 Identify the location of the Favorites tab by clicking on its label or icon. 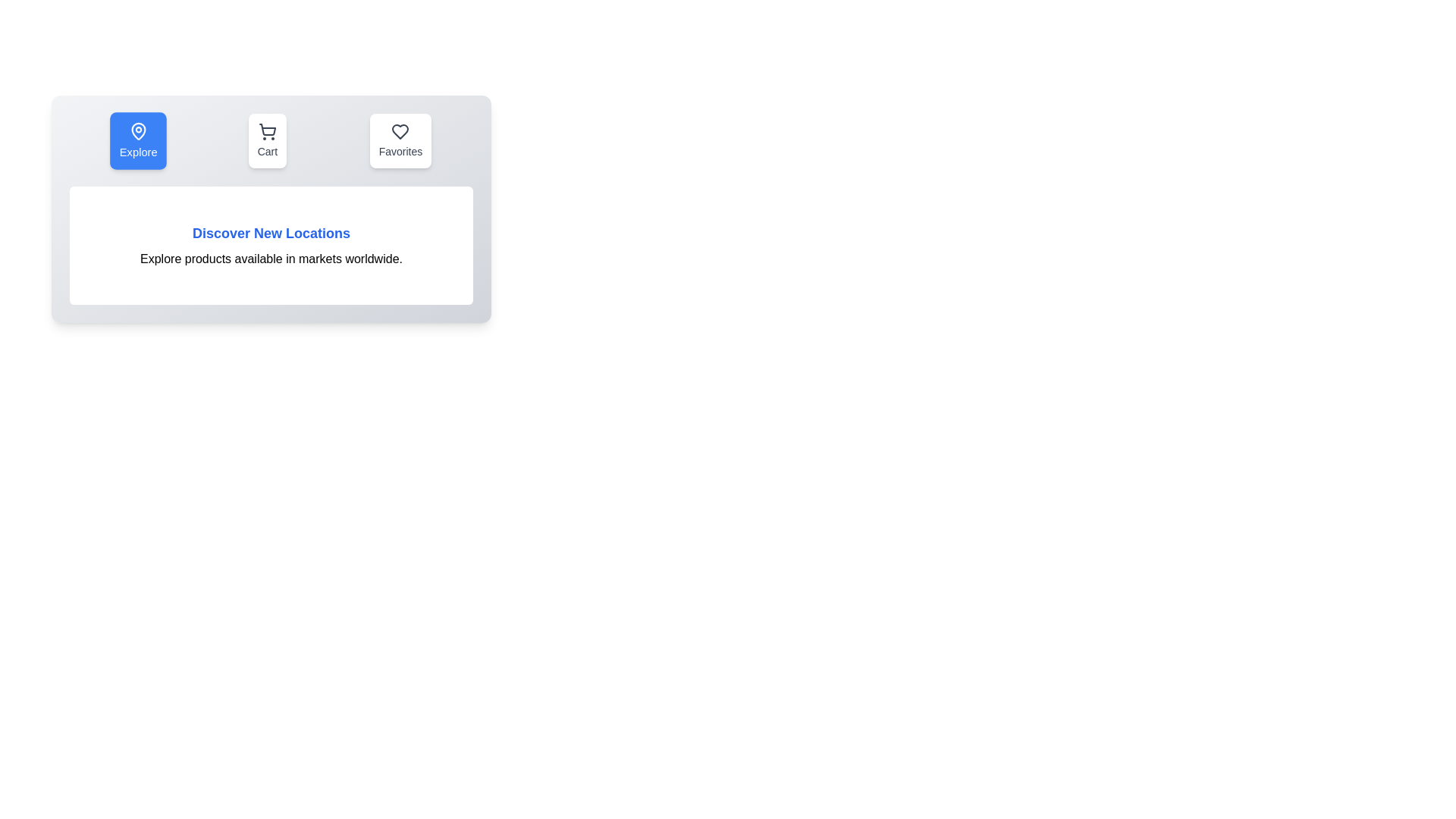
(400, 140).